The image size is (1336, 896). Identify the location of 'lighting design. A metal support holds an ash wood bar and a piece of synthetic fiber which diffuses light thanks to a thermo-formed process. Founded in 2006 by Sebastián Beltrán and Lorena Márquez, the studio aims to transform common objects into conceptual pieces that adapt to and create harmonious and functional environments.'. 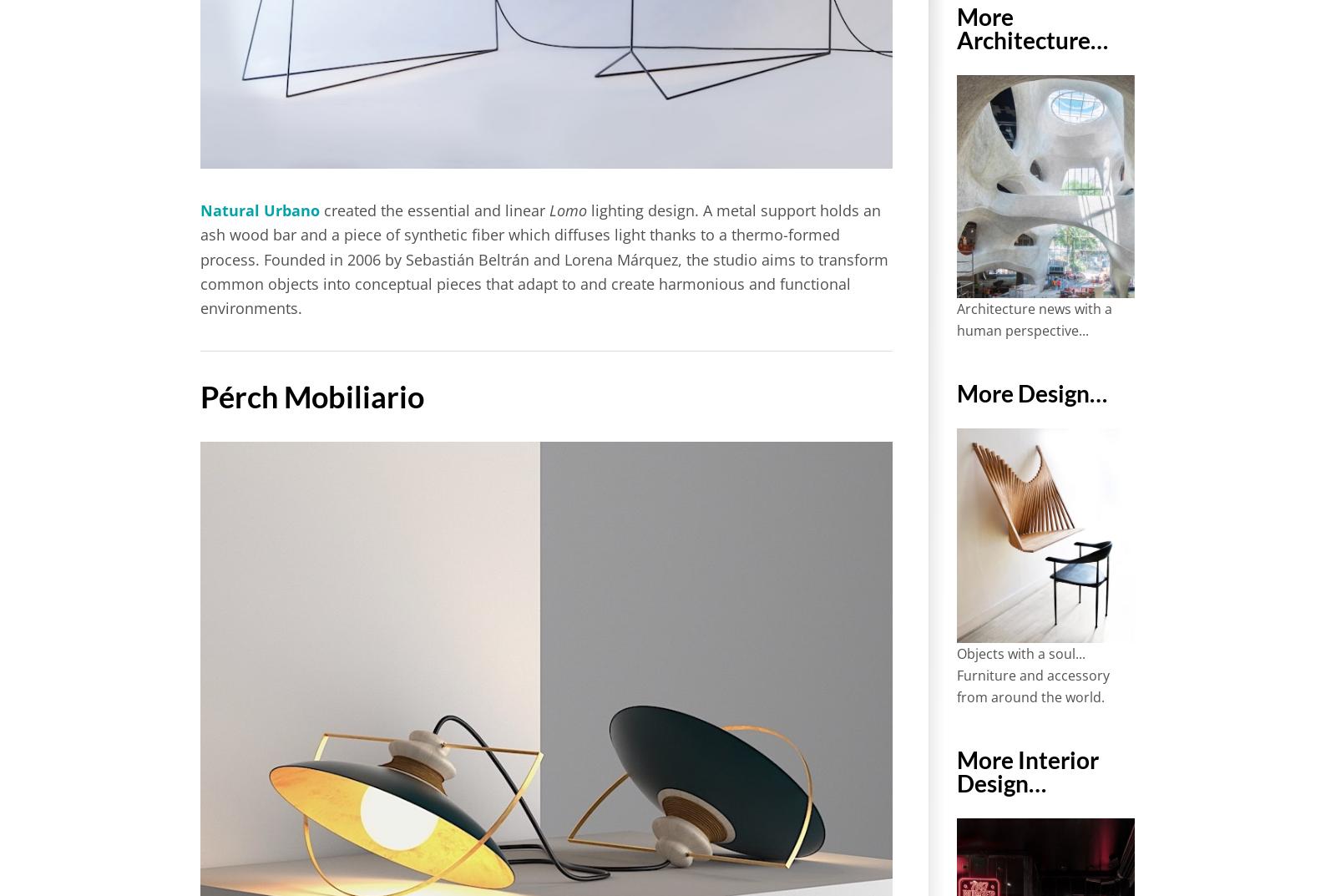
(544, 259).